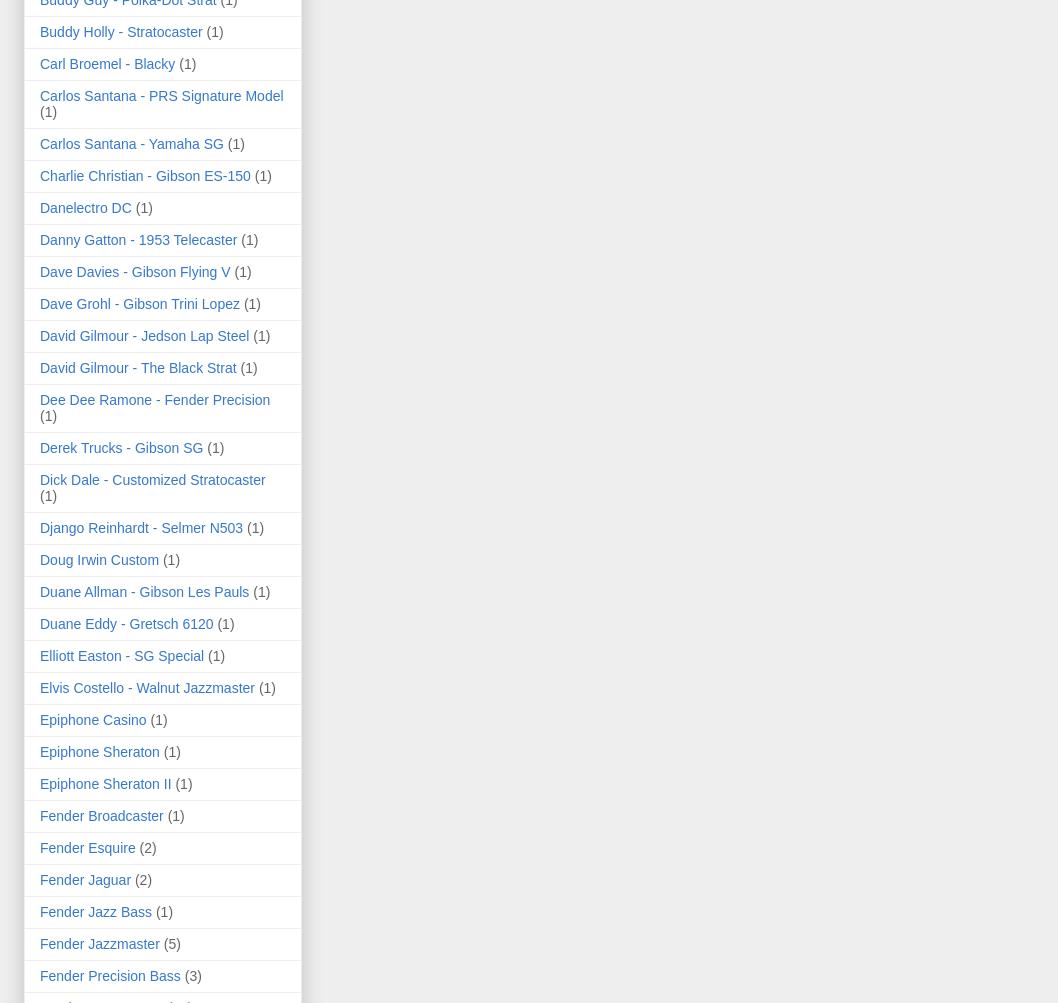 The height and width of the screenshot is (1003, 1058). I want to click on 'Carlos Santana - Yamaha SG', so click(130, 142).